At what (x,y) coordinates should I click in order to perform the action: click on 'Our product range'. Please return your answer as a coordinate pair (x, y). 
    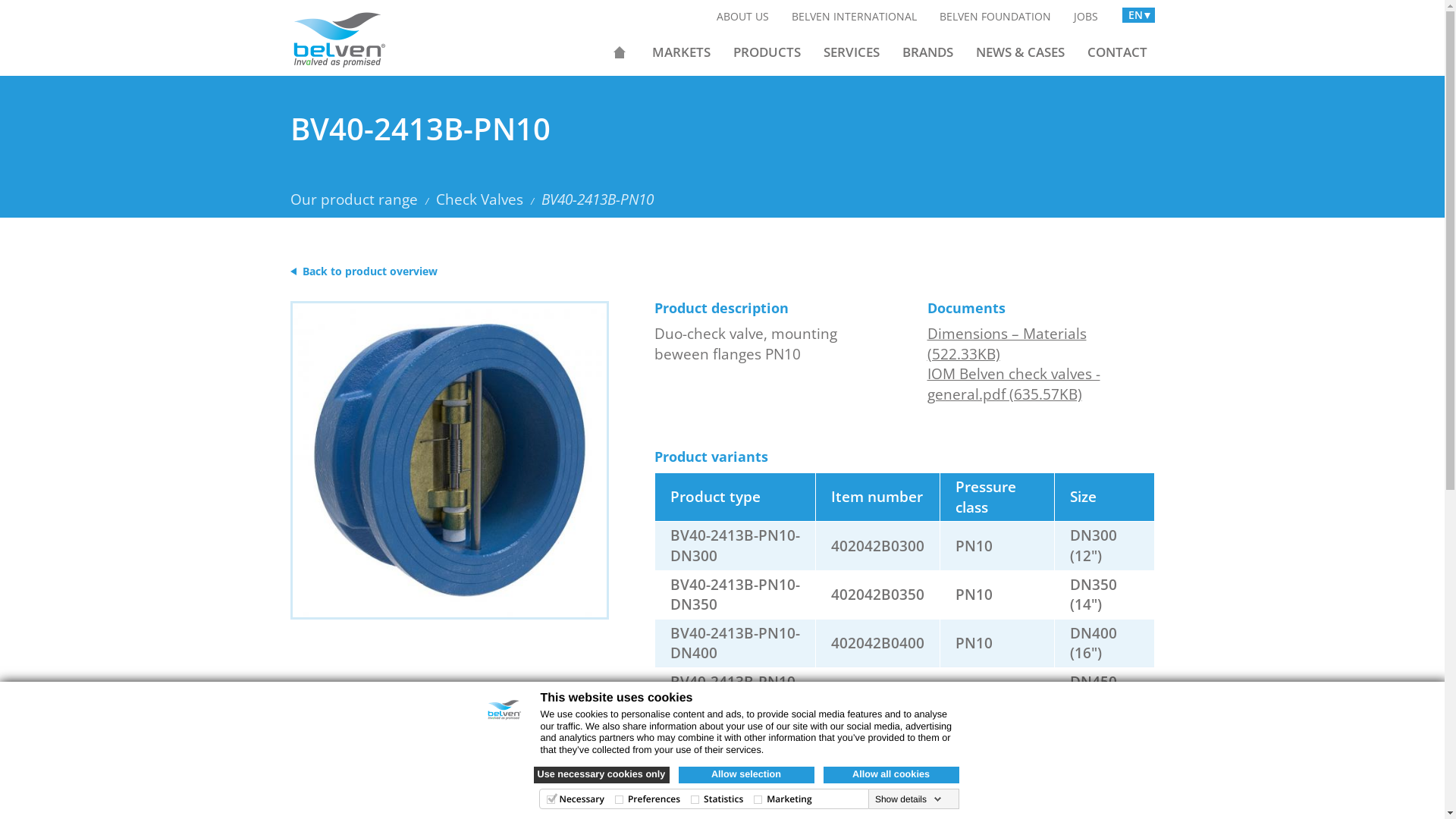
    Looking at the image, I should click on (352, 198).